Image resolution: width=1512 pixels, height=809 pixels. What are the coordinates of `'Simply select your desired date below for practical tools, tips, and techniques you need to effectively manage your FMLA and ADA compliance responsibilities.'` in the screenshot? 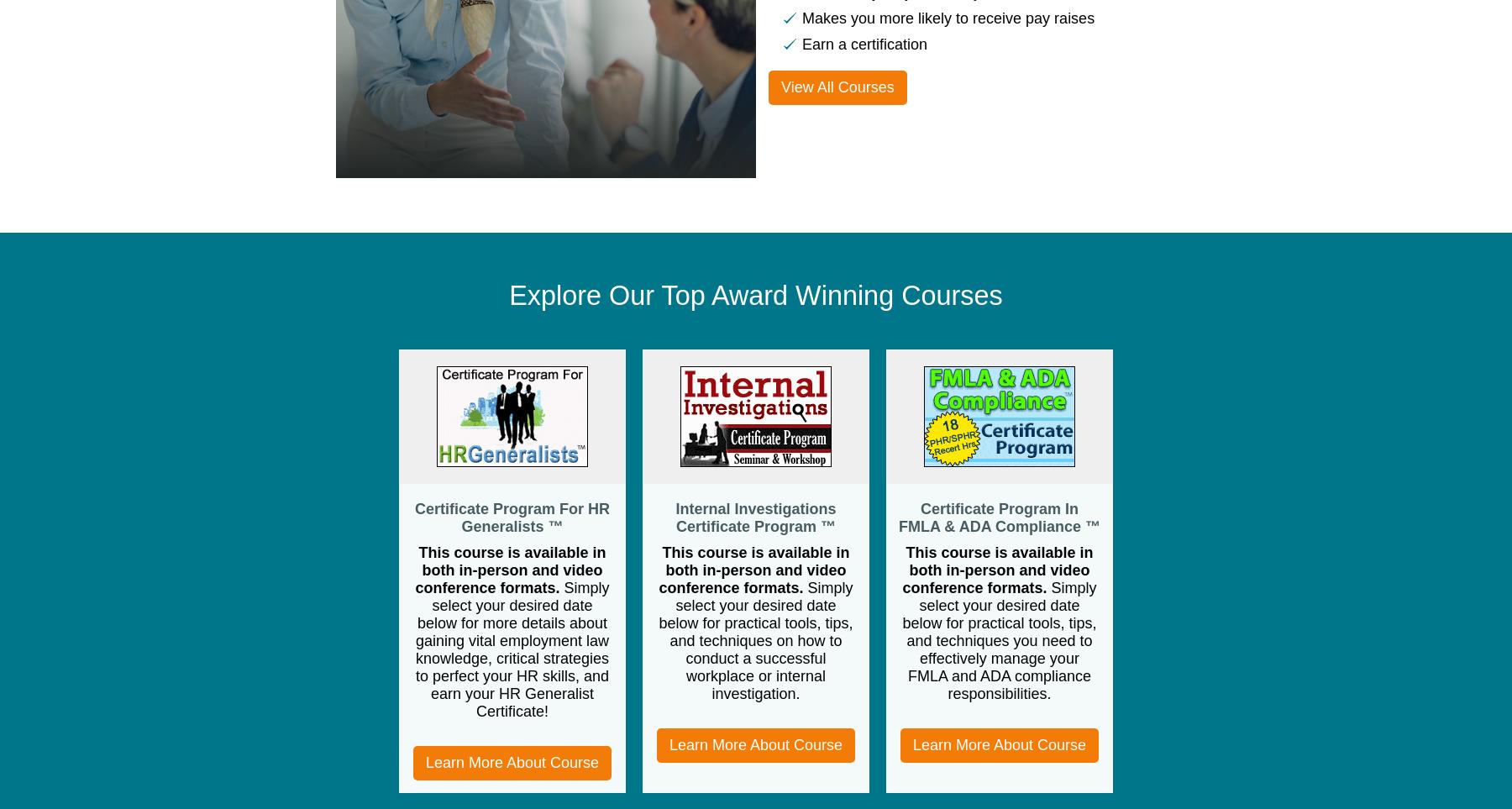 It's located at (902, 640).